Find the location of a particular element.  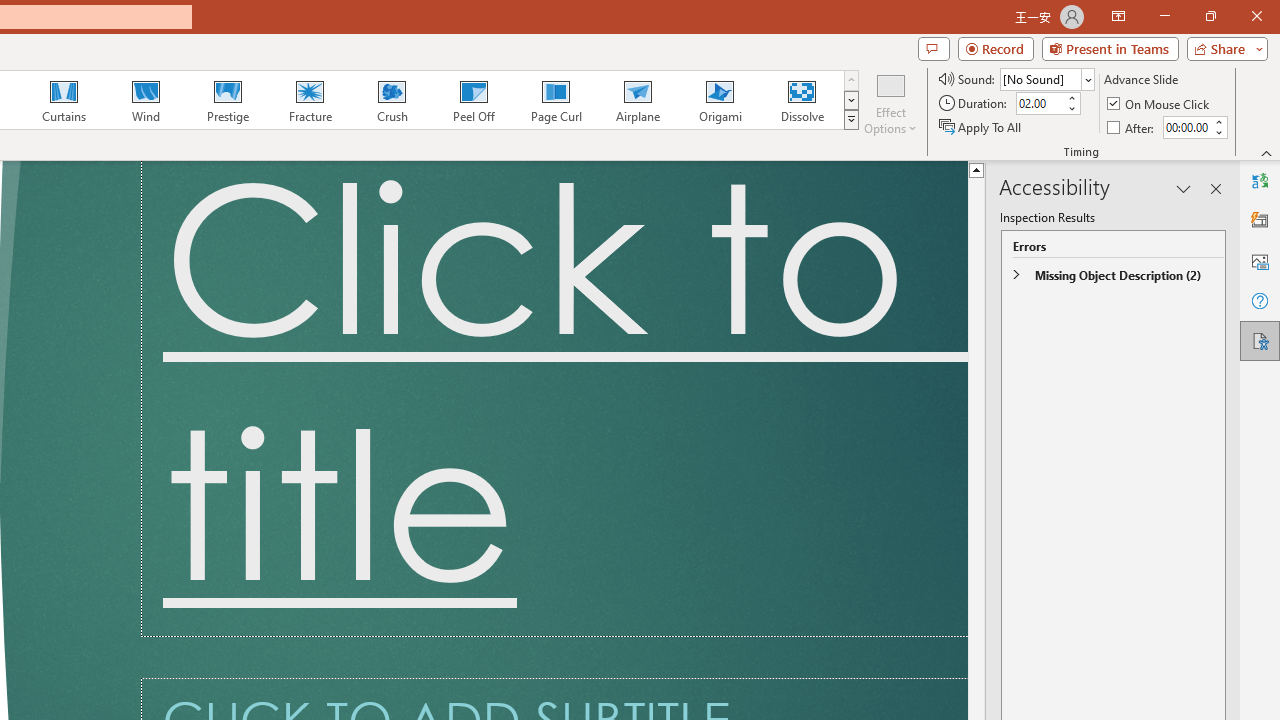

'Page Curl' is located at coordinates (555, 100).